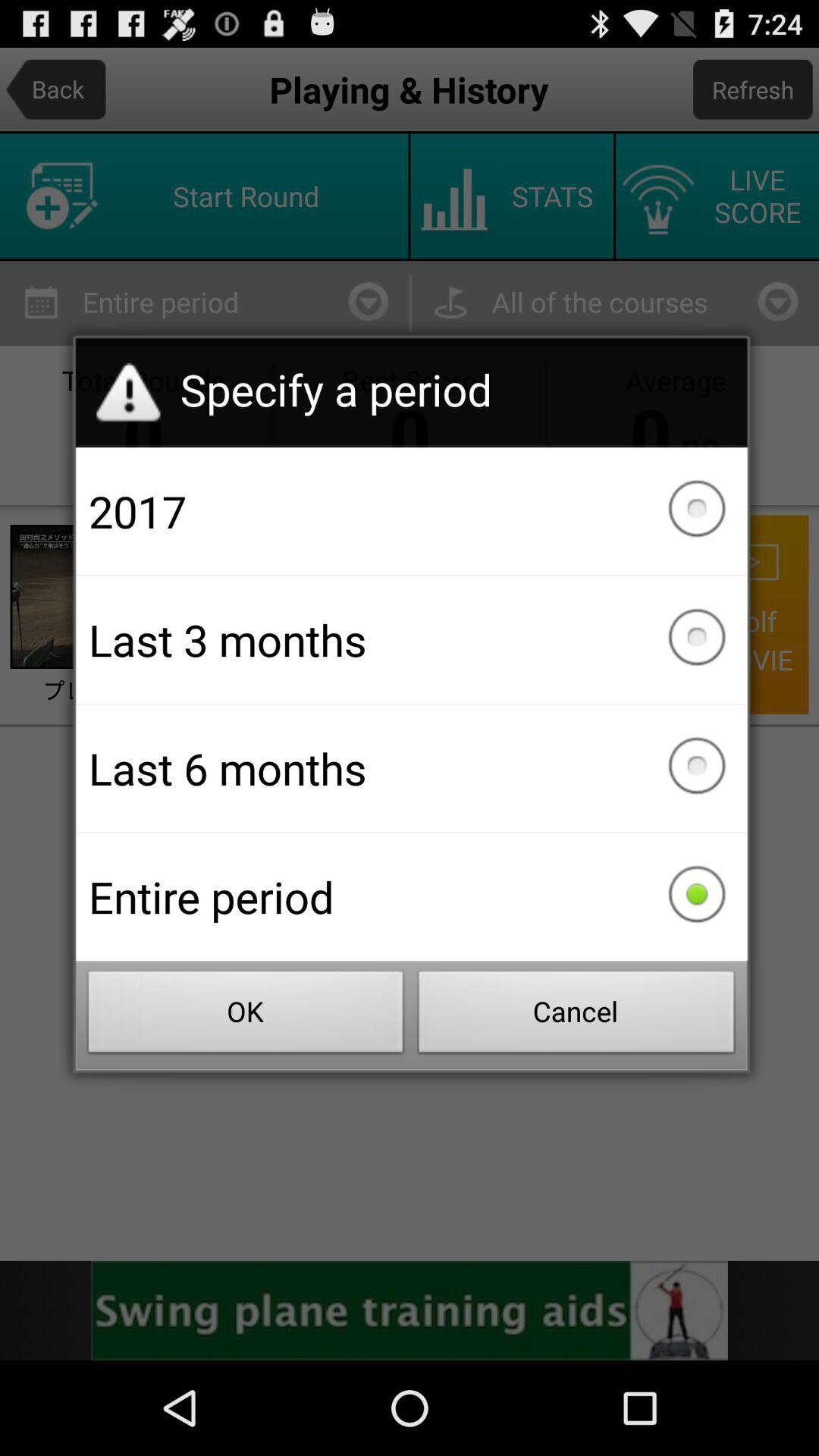  Describe the element at coordinates (245, 1016) in the screenshot. I see `the button to the left of cancel` at that location.